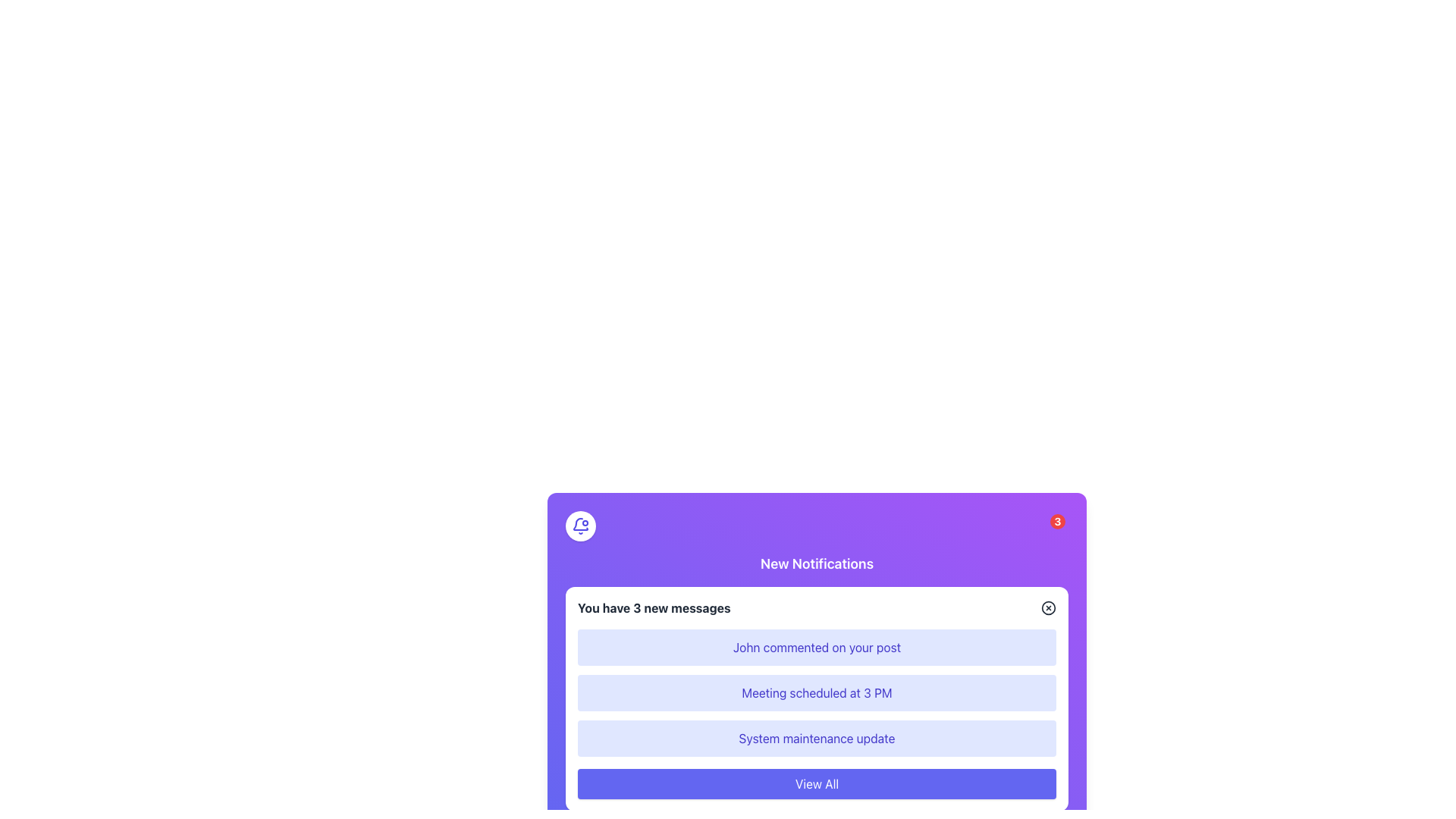 This screenshot has height=819, width=1456. Describe the element at coordinates (816, 783) in the screenshot. I see `the 'View All' button, which is a rectangular button with a purple background and white text, located at the bottom of the notification panel` at that location.